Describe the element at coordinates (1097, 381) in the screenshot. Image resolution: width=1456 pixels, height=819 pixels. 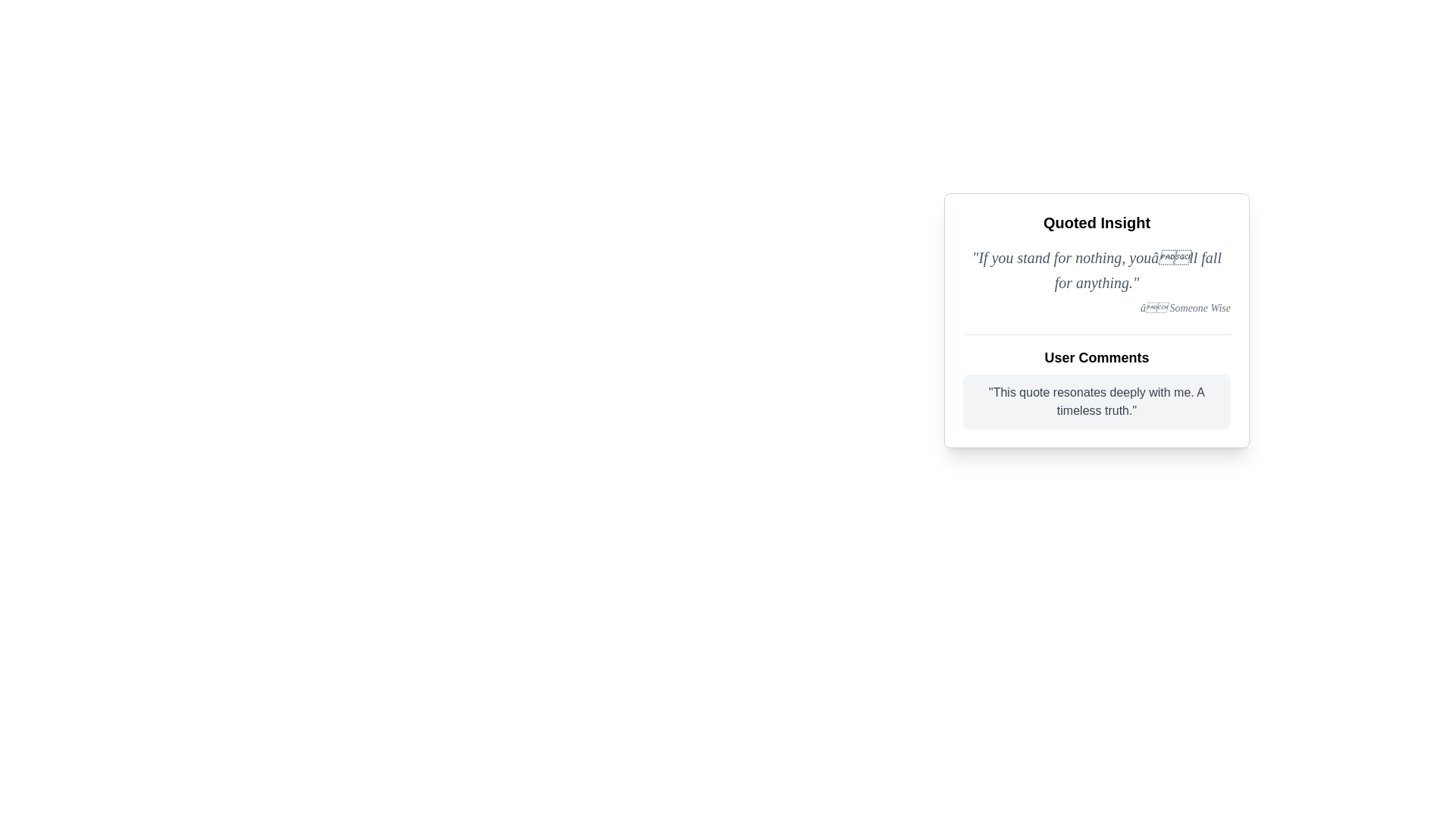
I see `comment displayed in the Text Display Section positioned beneath the 'Quoted Insight' content` at that location.